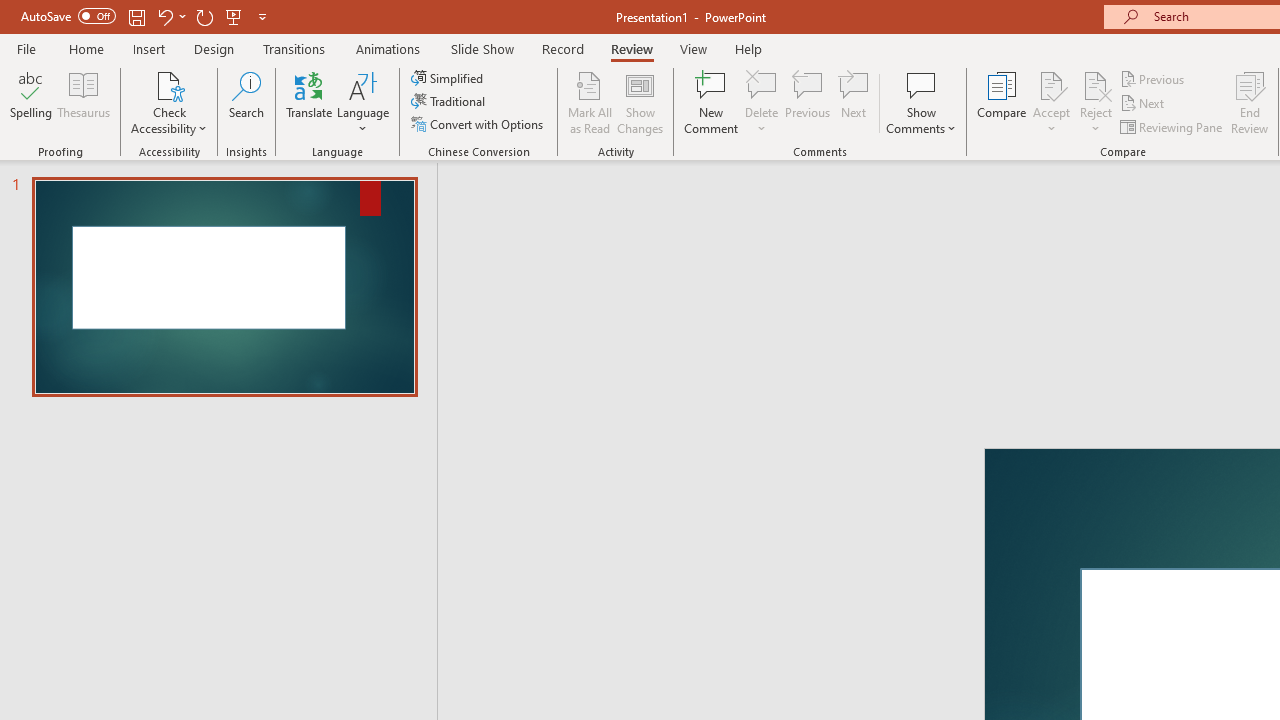  Describe the element at coordinates (26, 47) in the screenshot. I see `'File Tab'` at that location.